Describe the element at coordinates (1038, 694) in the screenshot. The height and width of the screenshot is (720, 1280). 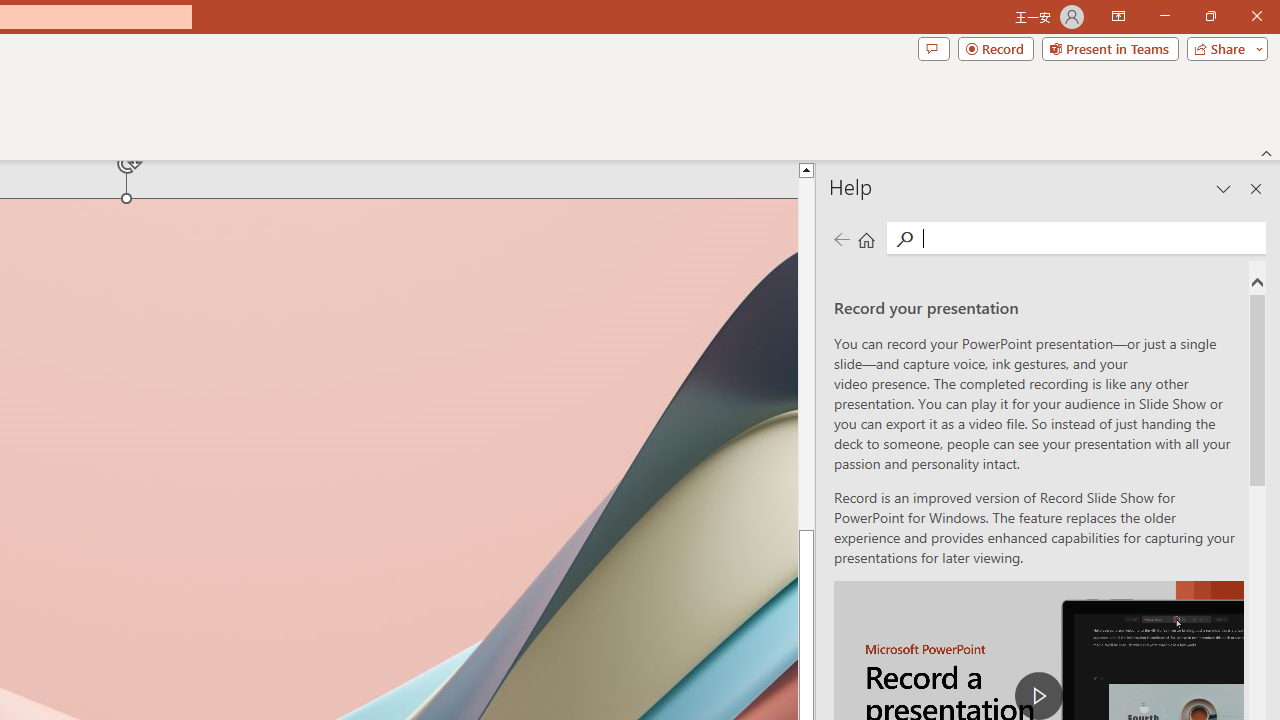
I see `'play Record a Presentation'` at that location.